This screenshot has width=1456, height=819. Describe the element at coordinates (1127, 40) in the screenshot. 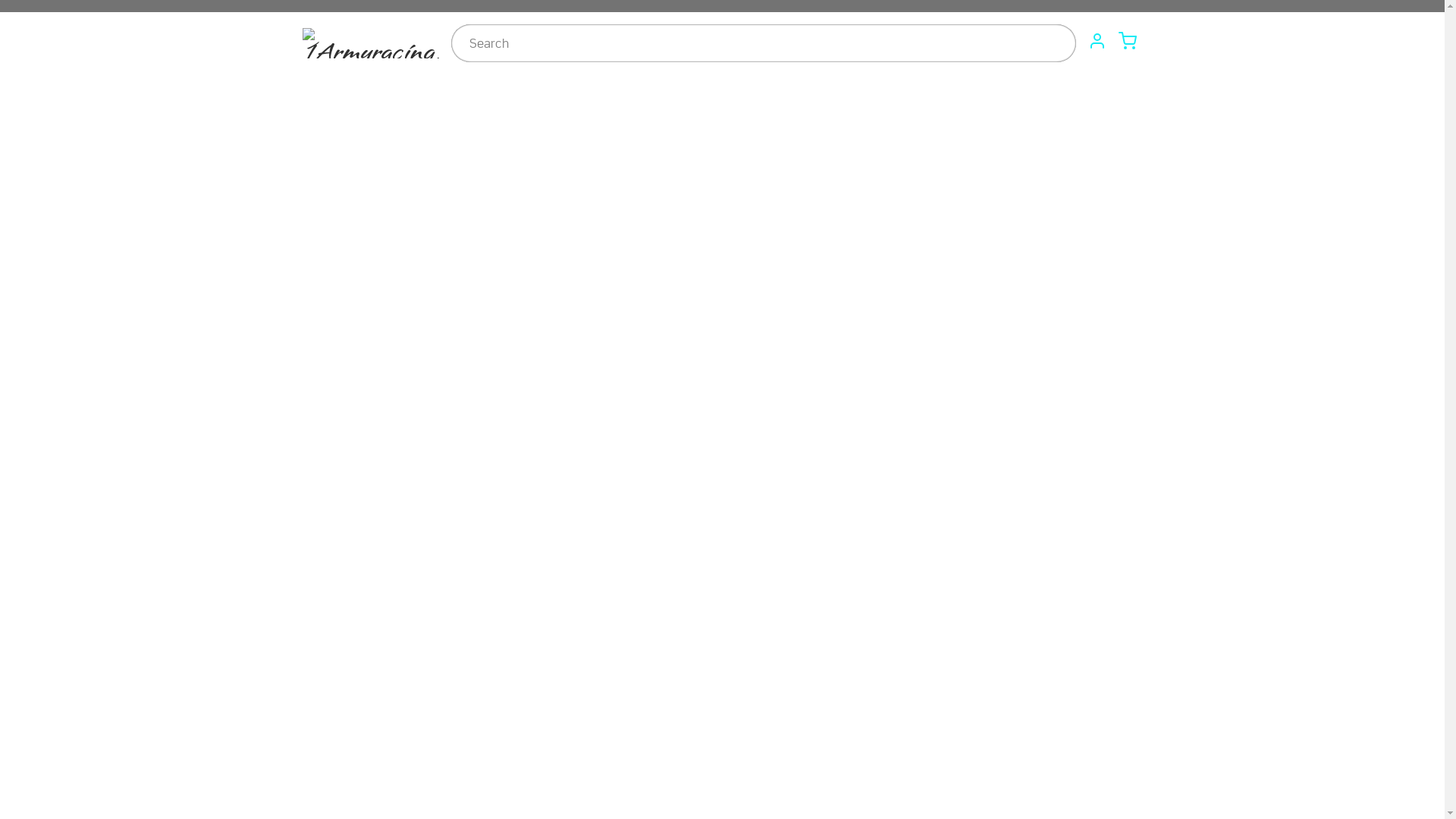

I see `'Cart'` at that location.